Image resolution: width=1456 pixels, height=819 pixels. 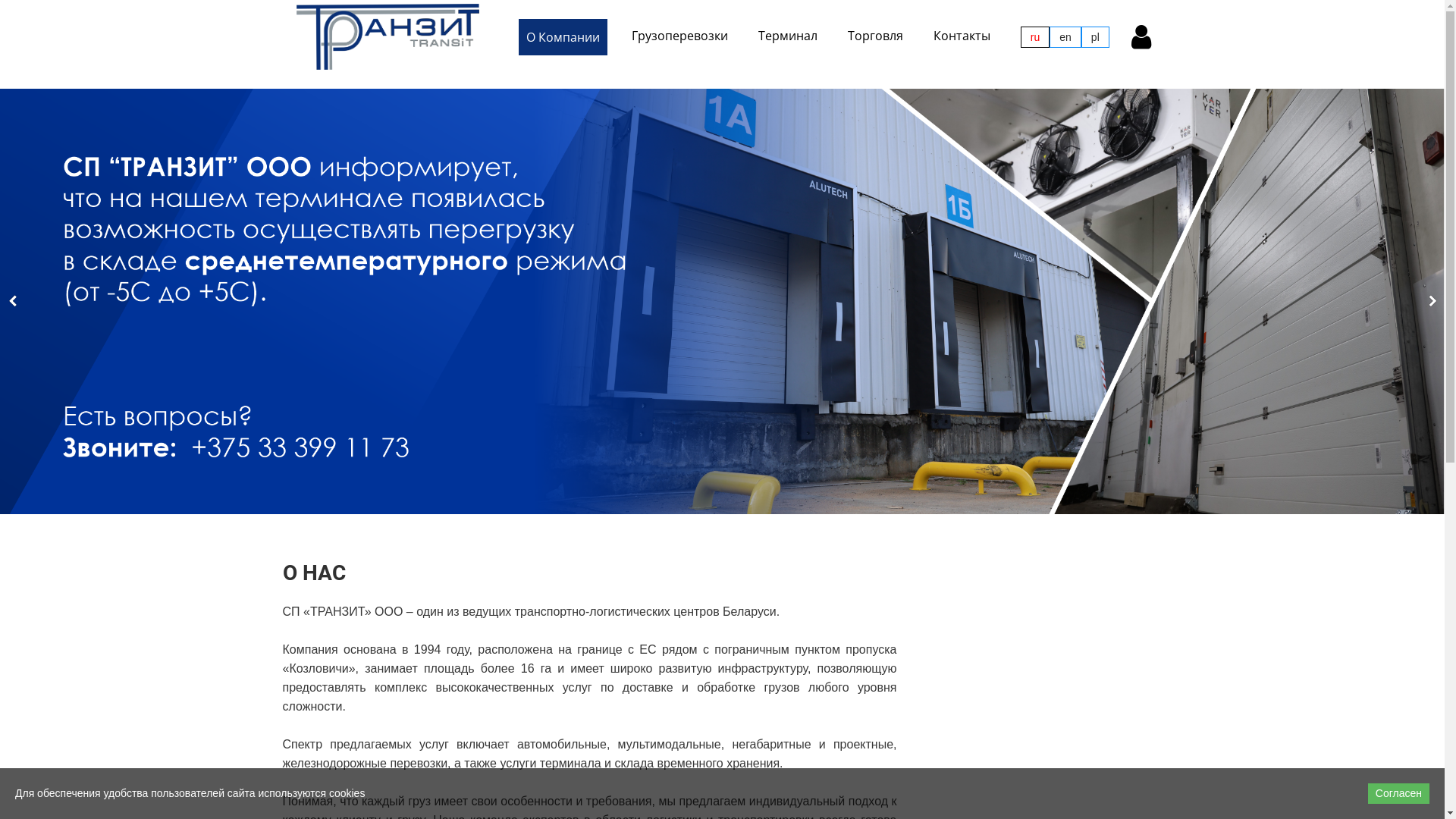 I want to click on 'en', so click(x=1065, y=36).